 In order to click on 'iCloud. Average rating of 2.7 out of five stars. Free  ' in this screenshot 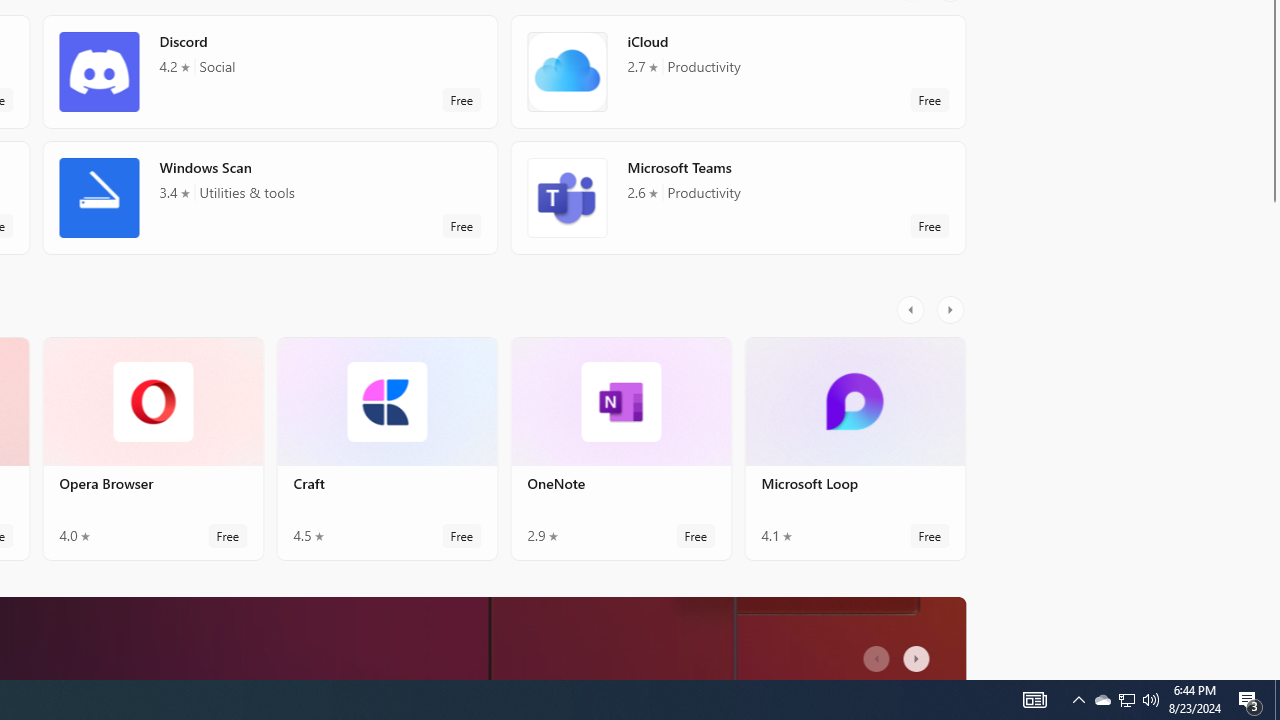, I will do `click(736, 78)`.